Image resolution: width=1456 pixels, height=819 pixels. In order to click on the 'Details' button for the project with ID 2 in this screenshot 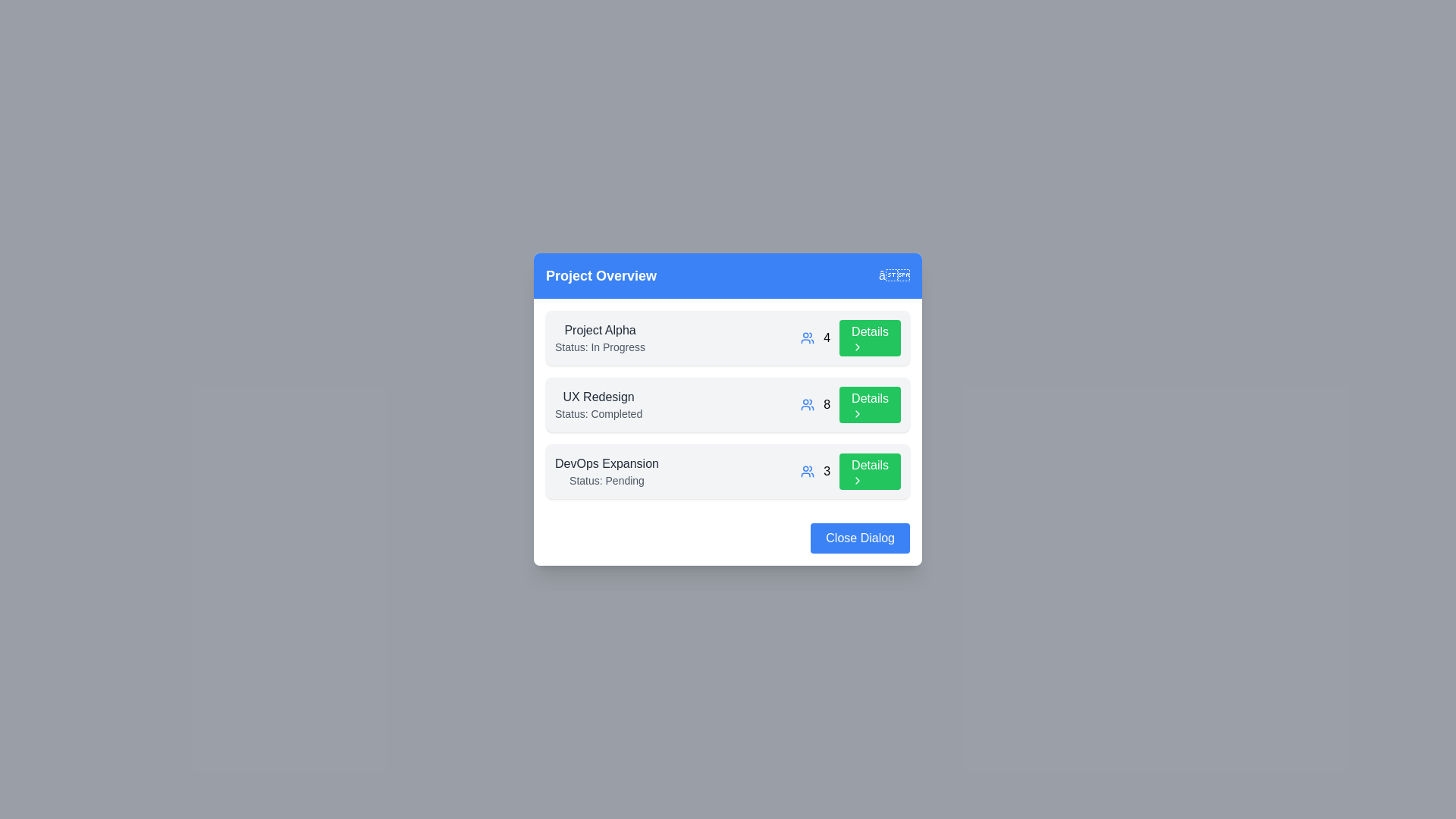, I will do `click(870, 403)`.